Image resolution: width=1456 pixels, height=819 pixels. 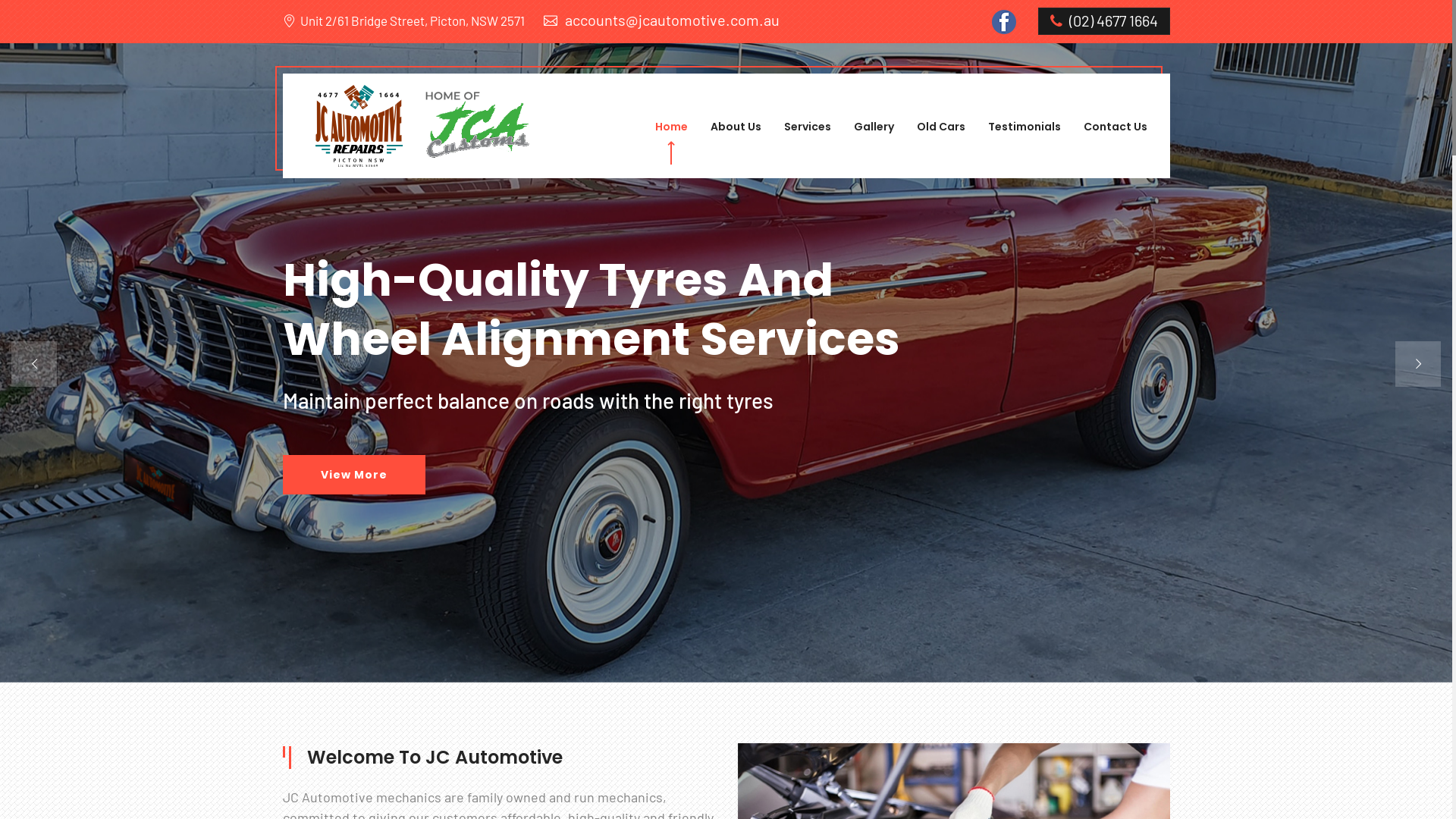 I want to click on 'About Us', so click(x=735, y=125).